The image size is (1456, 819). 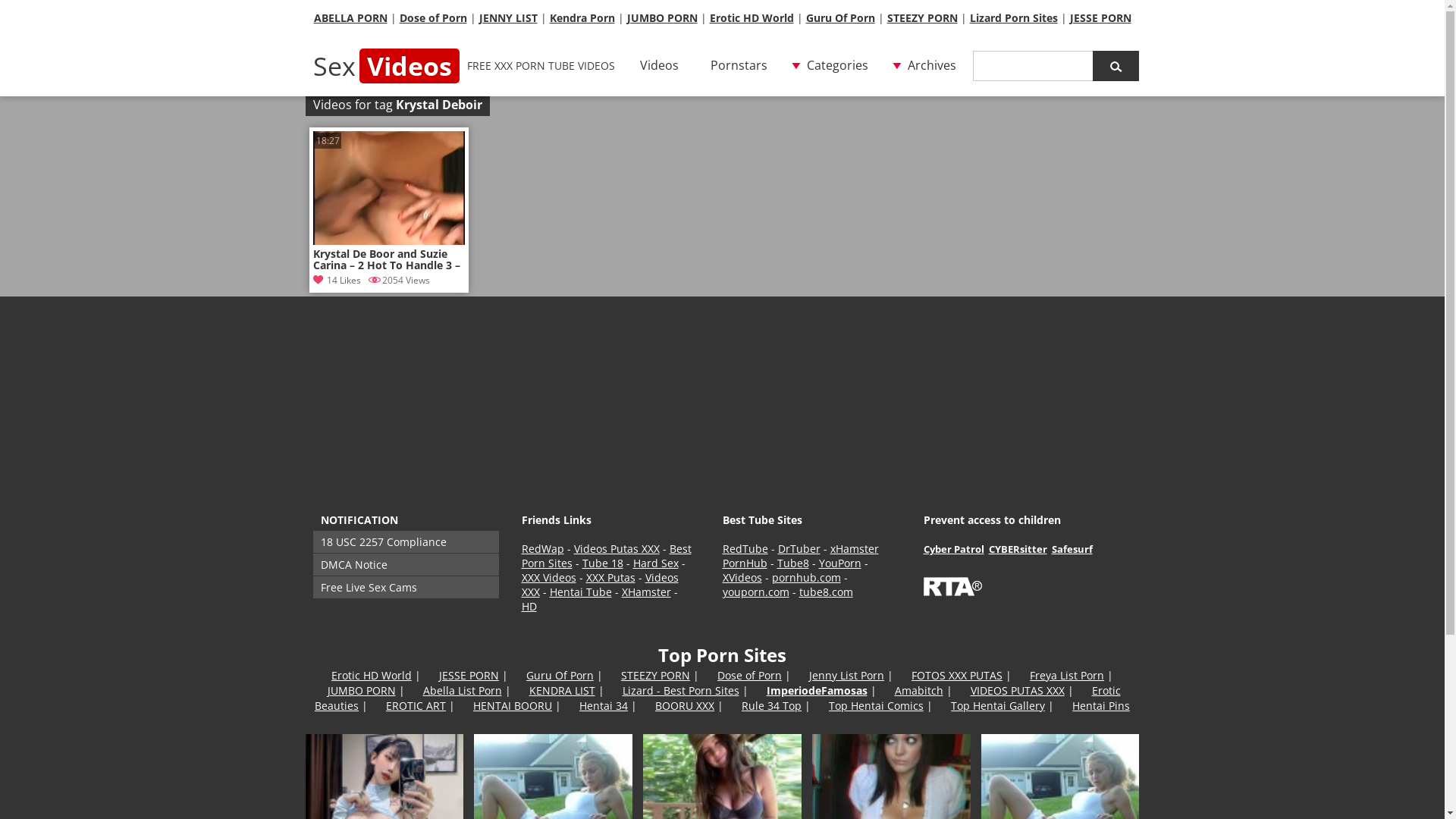 What do you see at coordinates (720, 563) in the screenshot?
I see `'PornHub'` at bounding box center [720, 563].